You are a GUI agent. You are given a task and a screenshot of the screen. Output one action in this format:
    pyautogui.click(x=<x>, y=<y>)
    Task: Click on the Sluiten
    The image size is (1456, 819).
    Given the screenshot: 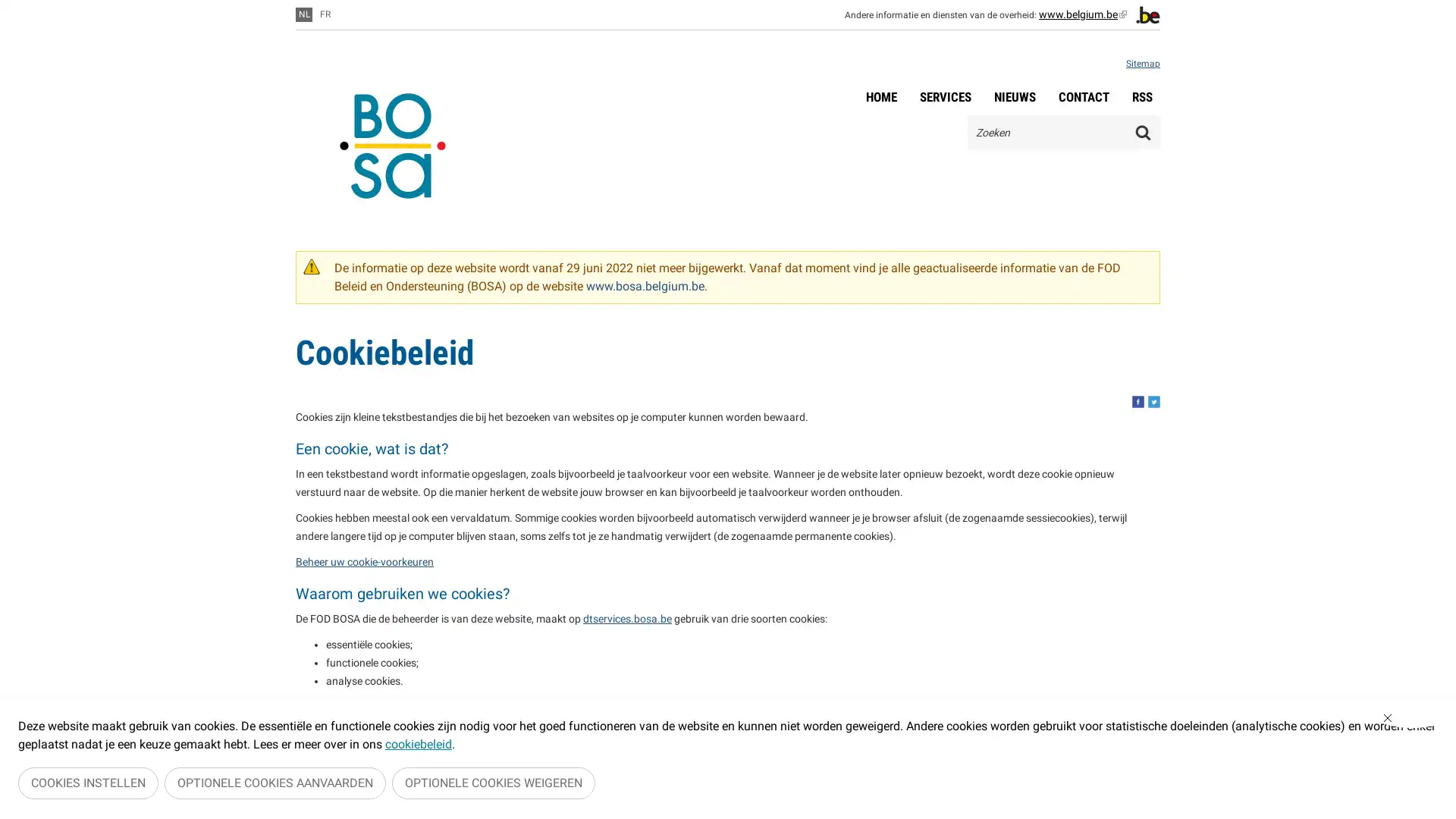 What is the action you would take?
    pyautogui.click(x=1411, y=720)
    